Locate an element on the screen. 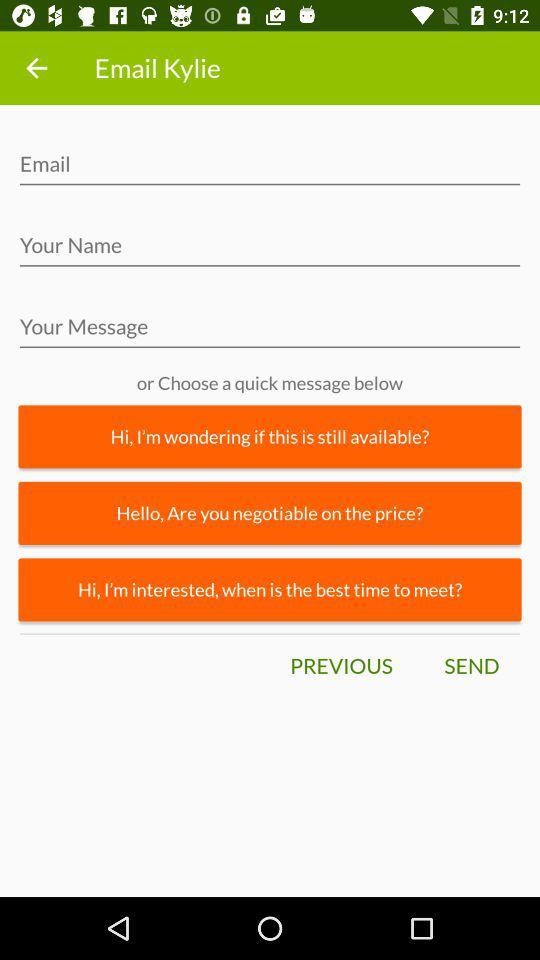 Image resolution: width=540 pixels, height=960 pixels. the item next to previous icon is located at coordinates (471, 666).